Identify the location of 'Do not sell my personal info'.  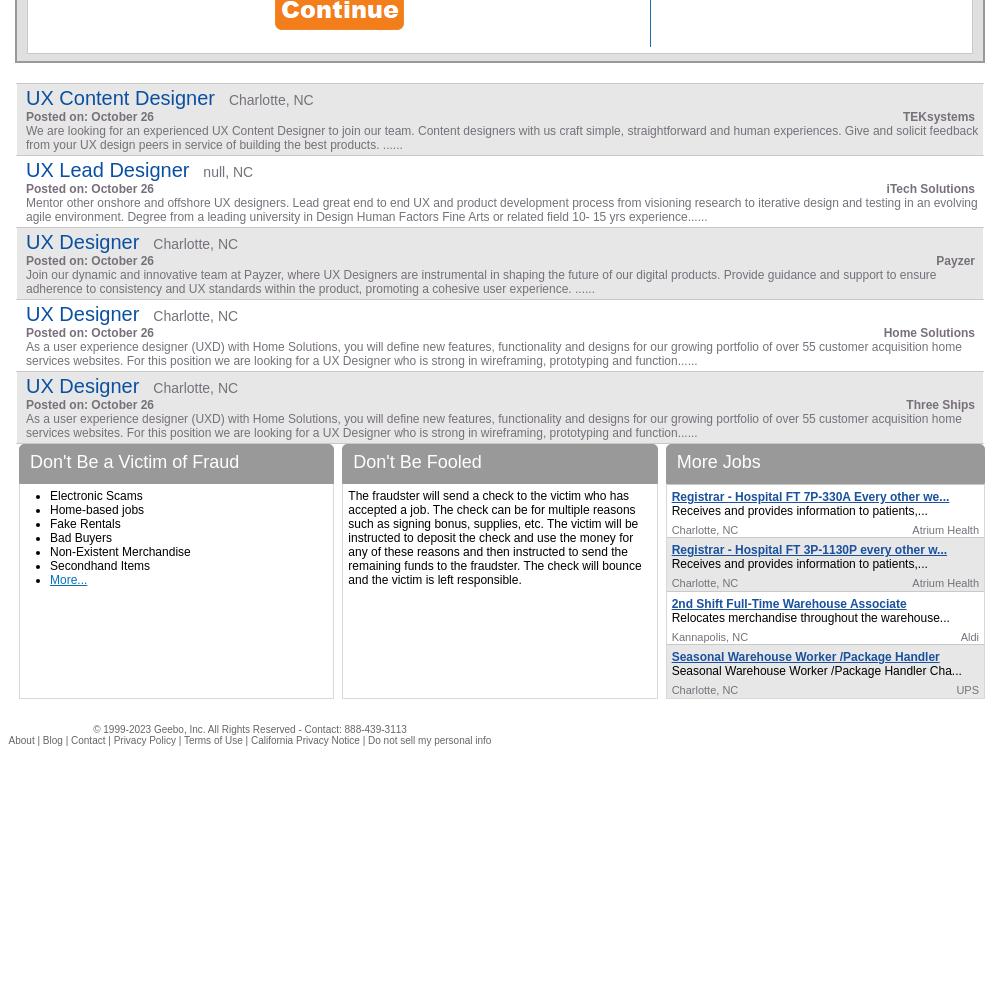
(429, 739).